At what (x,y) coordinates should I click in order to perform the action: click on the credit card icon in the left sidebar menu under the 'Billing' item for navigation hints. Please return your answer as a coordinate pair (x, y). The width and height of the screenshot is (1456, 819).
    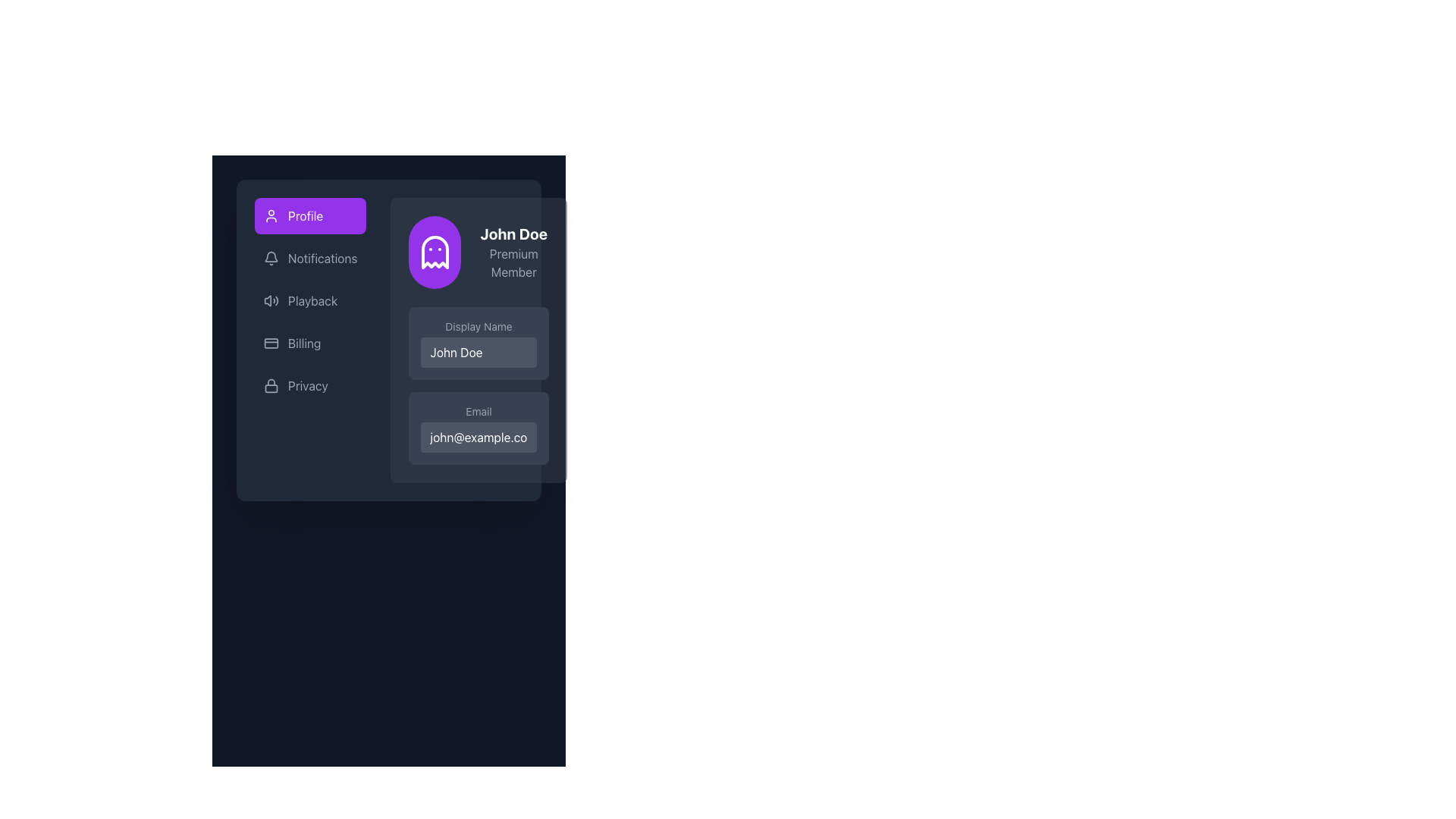
    Looking at the image, I should click on (271, 343).